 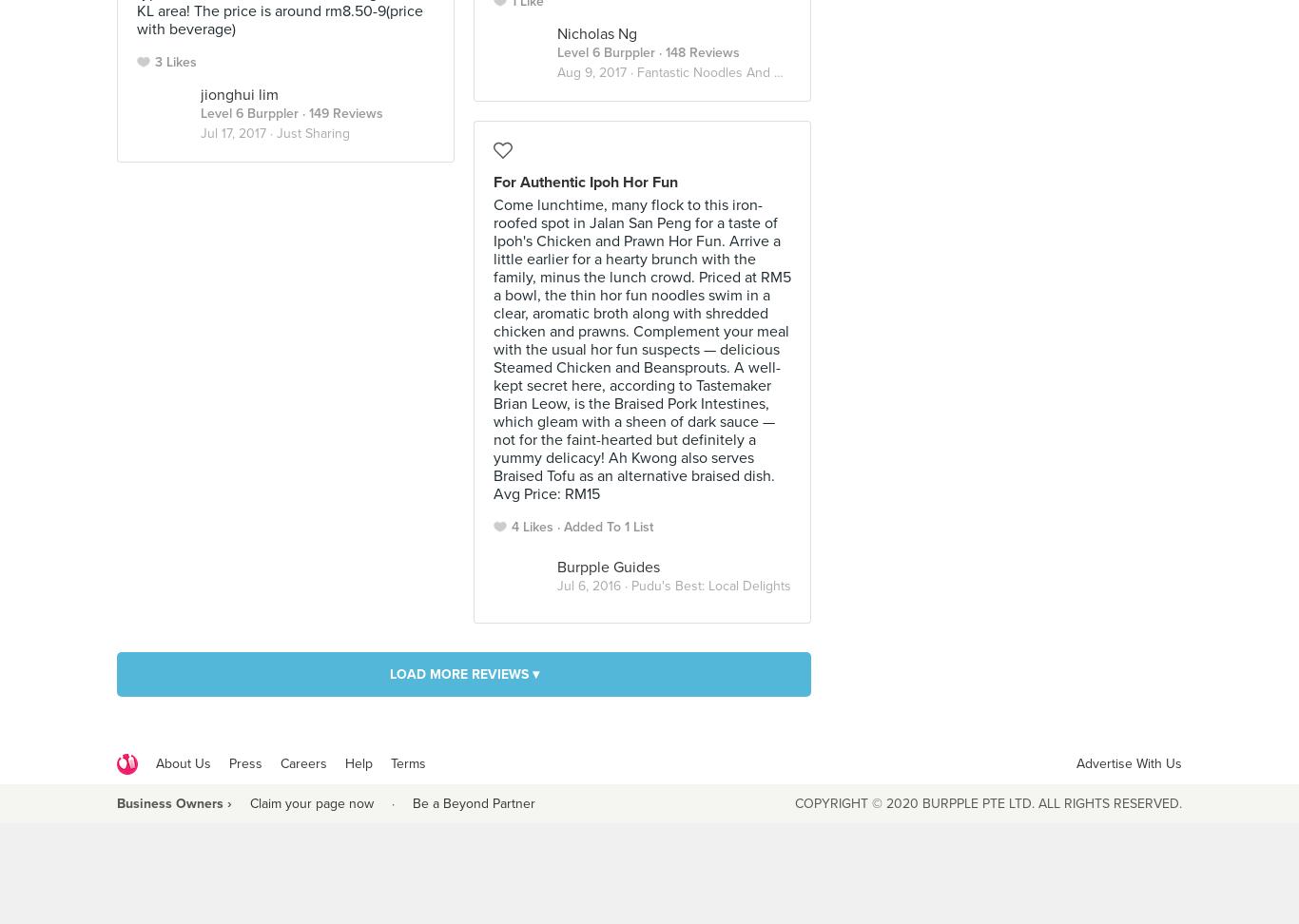 I want to click on '· 149 Reviews', so click(x=339, y=111).